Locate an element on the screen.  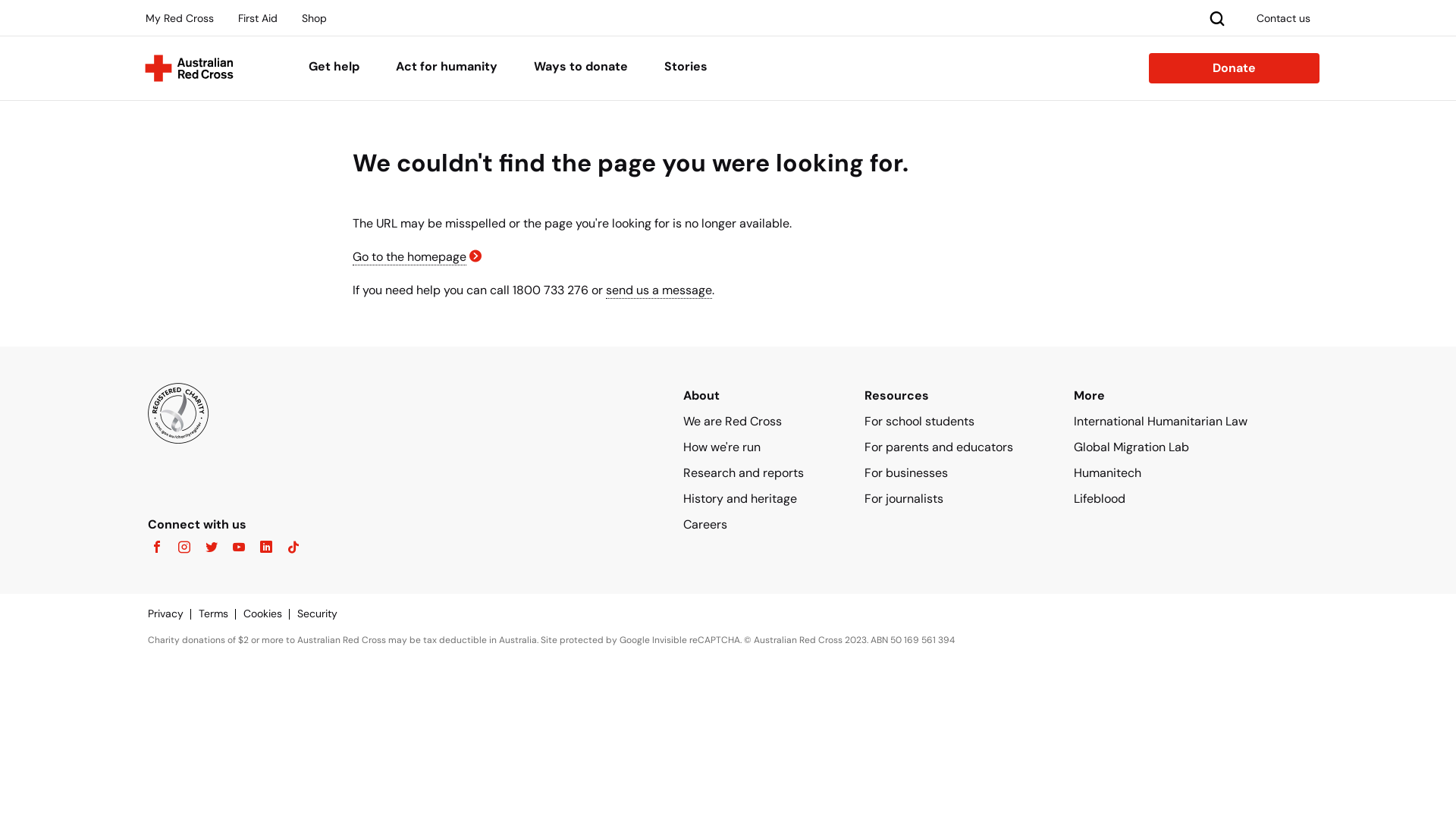
'More' is located at coordinates (1088, 394).